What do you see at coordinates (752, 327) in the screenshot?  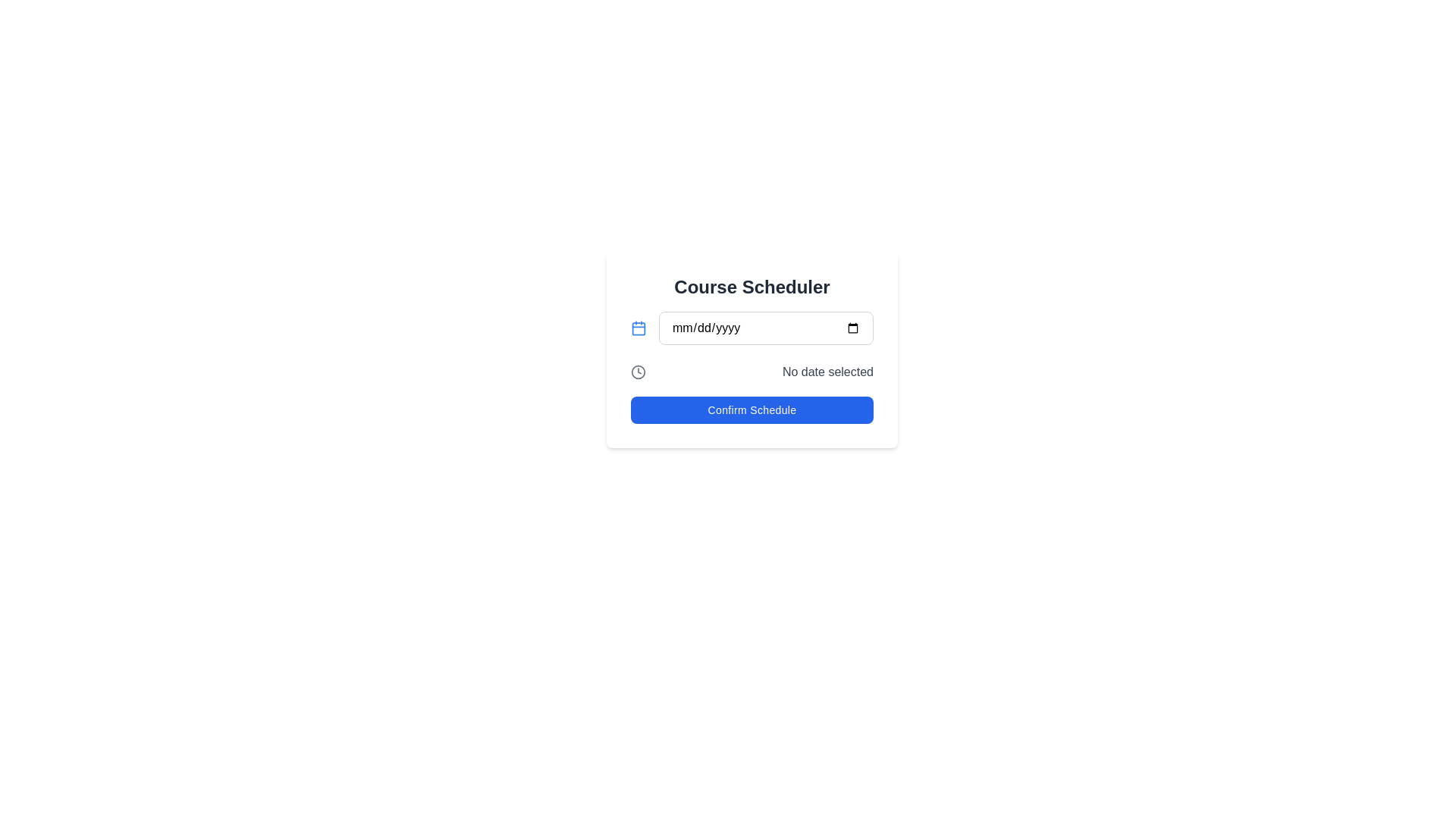 I see `inside the date input field located under the 'Course Scheduler' title to type a date` at bounding box center [752, 327].